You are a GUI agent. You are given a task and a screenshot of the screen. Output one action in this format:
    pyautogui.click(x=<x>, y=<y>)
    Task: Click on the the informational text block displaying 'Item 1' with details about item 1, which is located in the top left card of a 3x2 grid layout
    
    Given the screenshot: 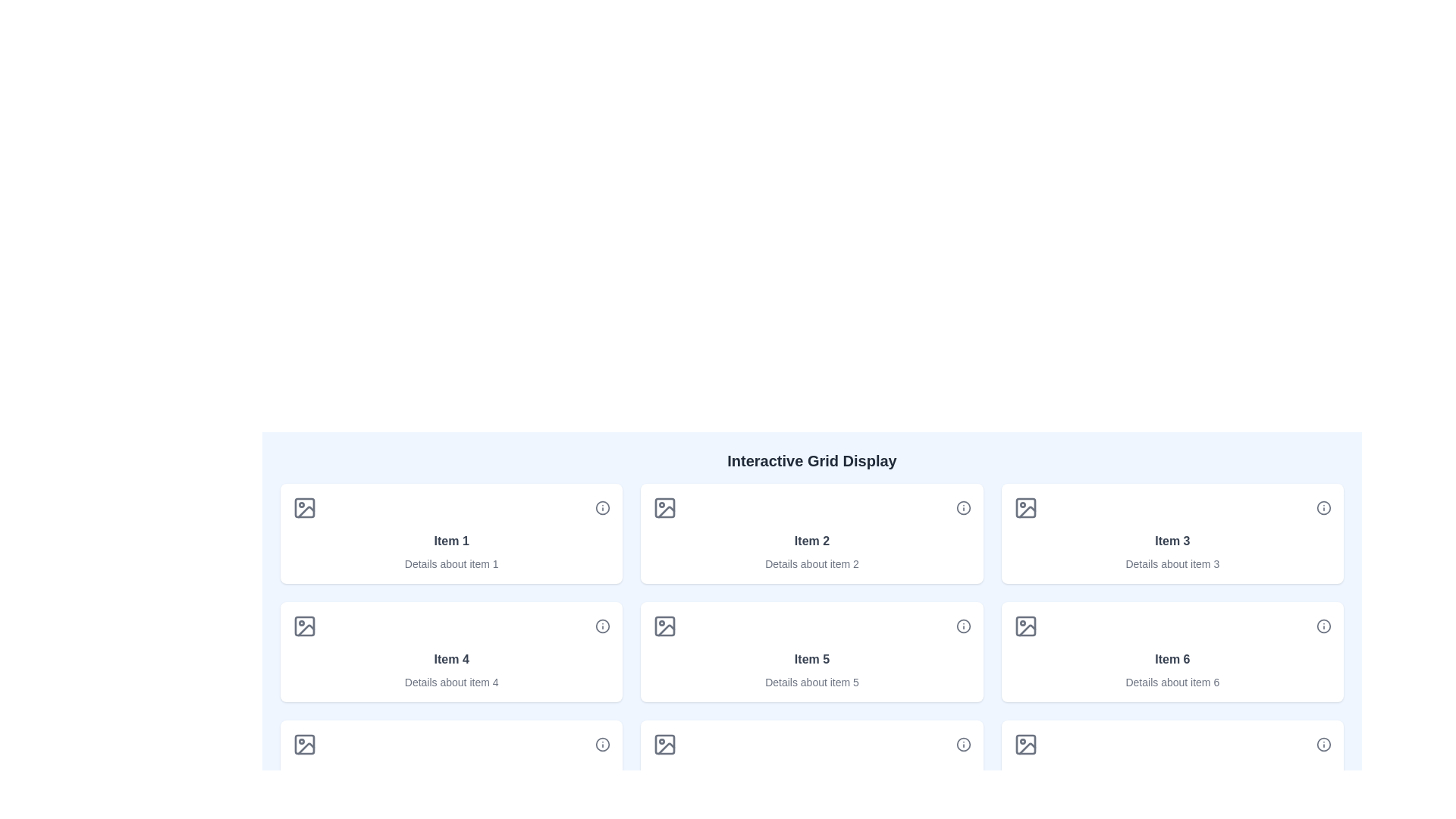 What is the action you would take?
    pyautogui.click(x=450, y=552)
    